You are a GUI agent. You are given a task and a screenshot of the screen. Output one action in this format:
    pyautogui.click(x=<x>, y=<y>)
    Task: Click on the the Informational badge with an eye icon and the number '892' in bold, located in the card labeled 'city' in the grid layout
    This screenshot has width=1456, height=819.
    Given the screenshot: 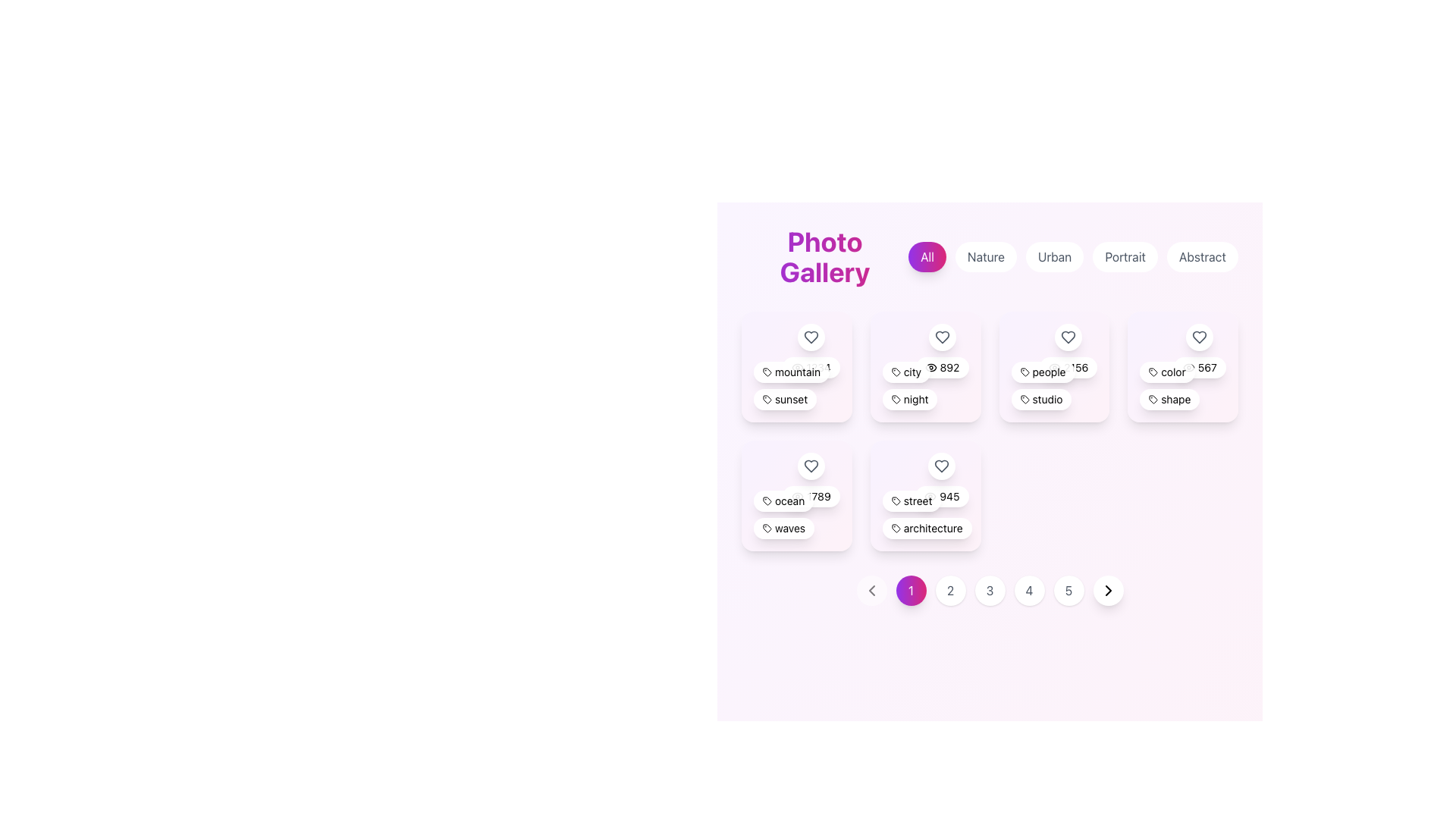 What is the action you would take?
    pyautogui.click(x=941, y=368)
    